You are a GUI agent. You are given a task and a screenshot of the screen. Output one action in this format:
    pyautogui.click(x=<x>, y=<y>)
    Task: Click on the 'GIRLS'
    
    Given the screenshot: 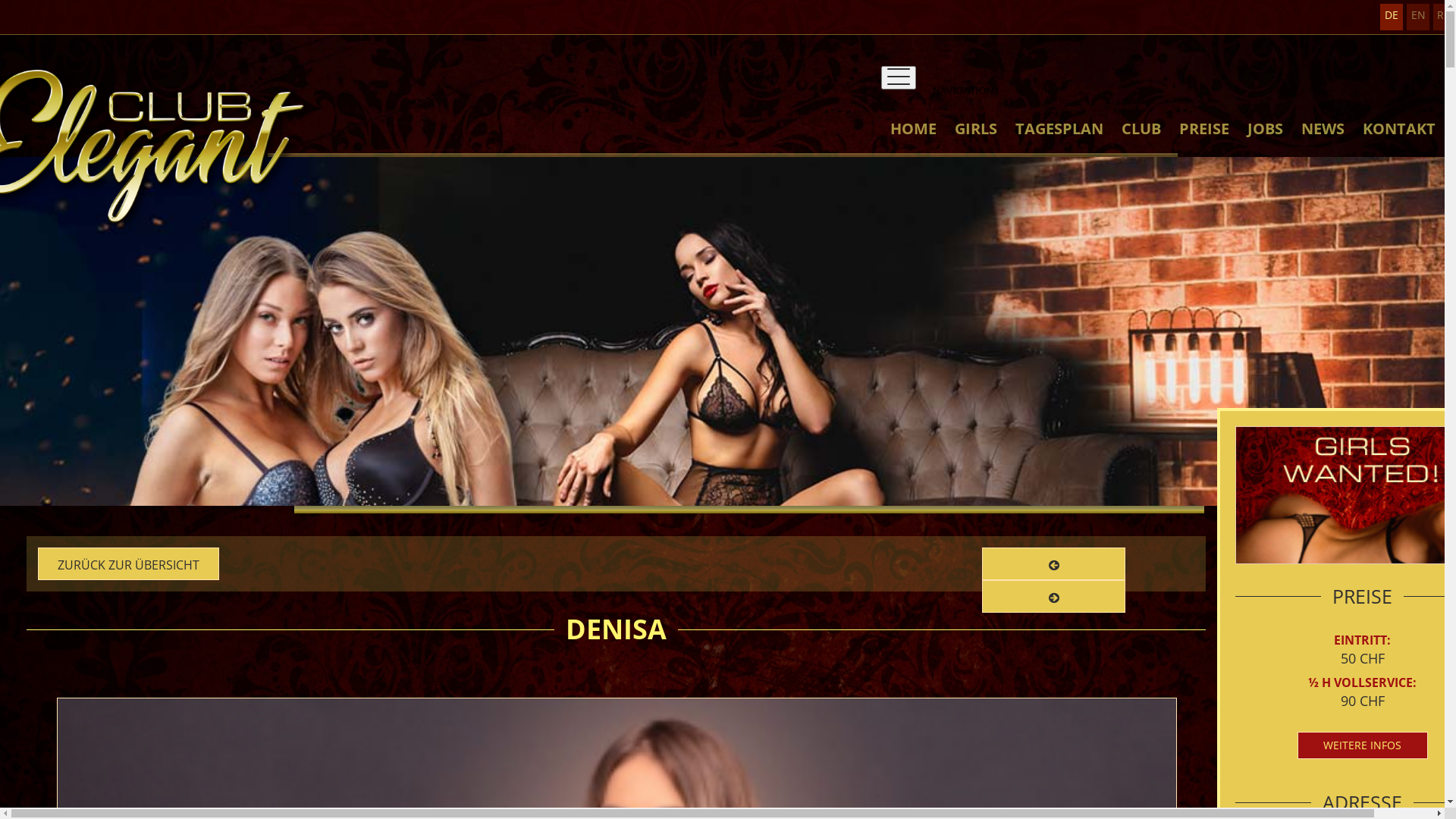 What is the action you would take?
    pyautogui.click(x=975, y=143)
    